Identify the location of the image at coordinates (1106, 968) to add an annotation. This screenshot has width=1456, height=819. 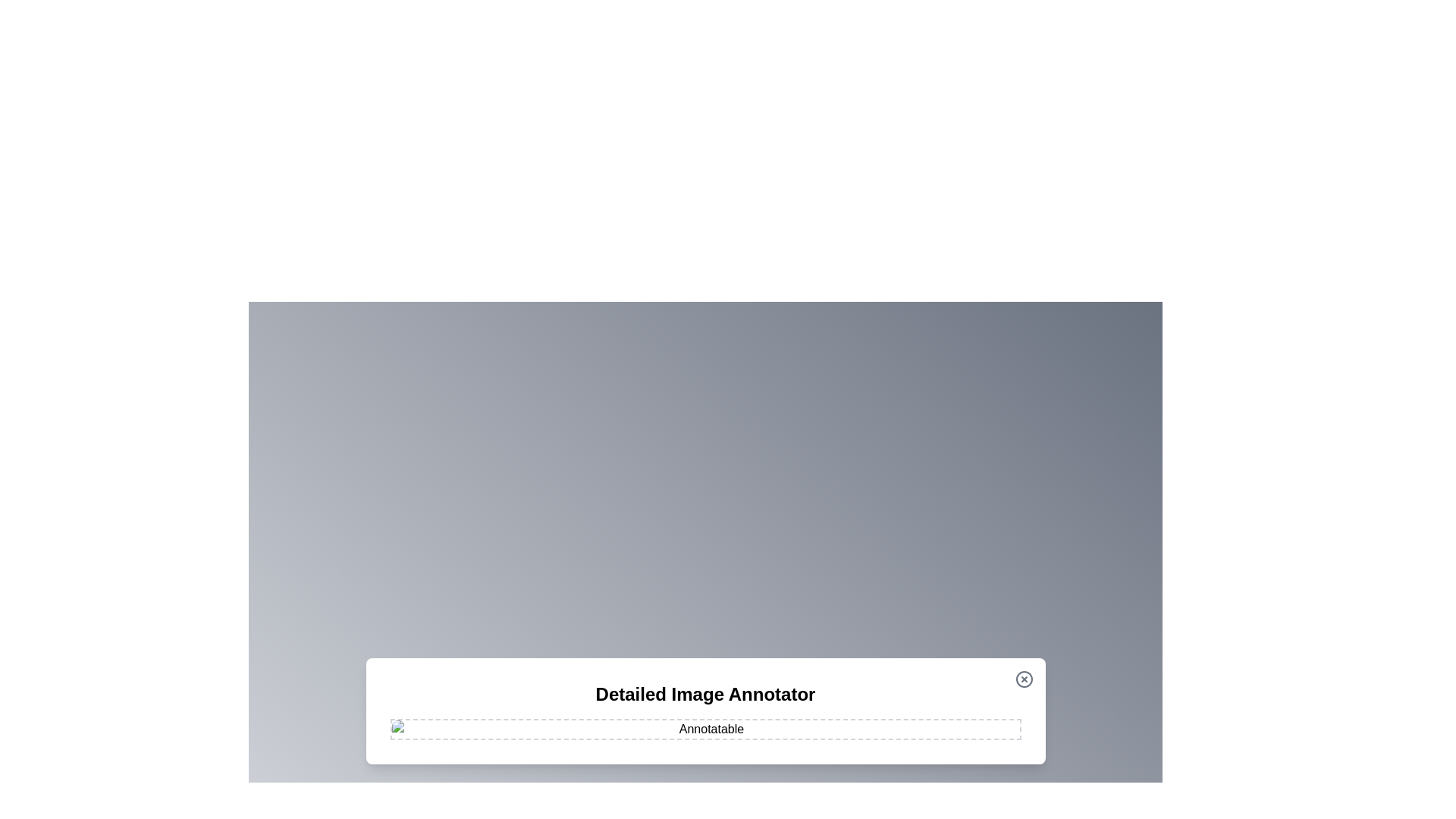
(837, 733).